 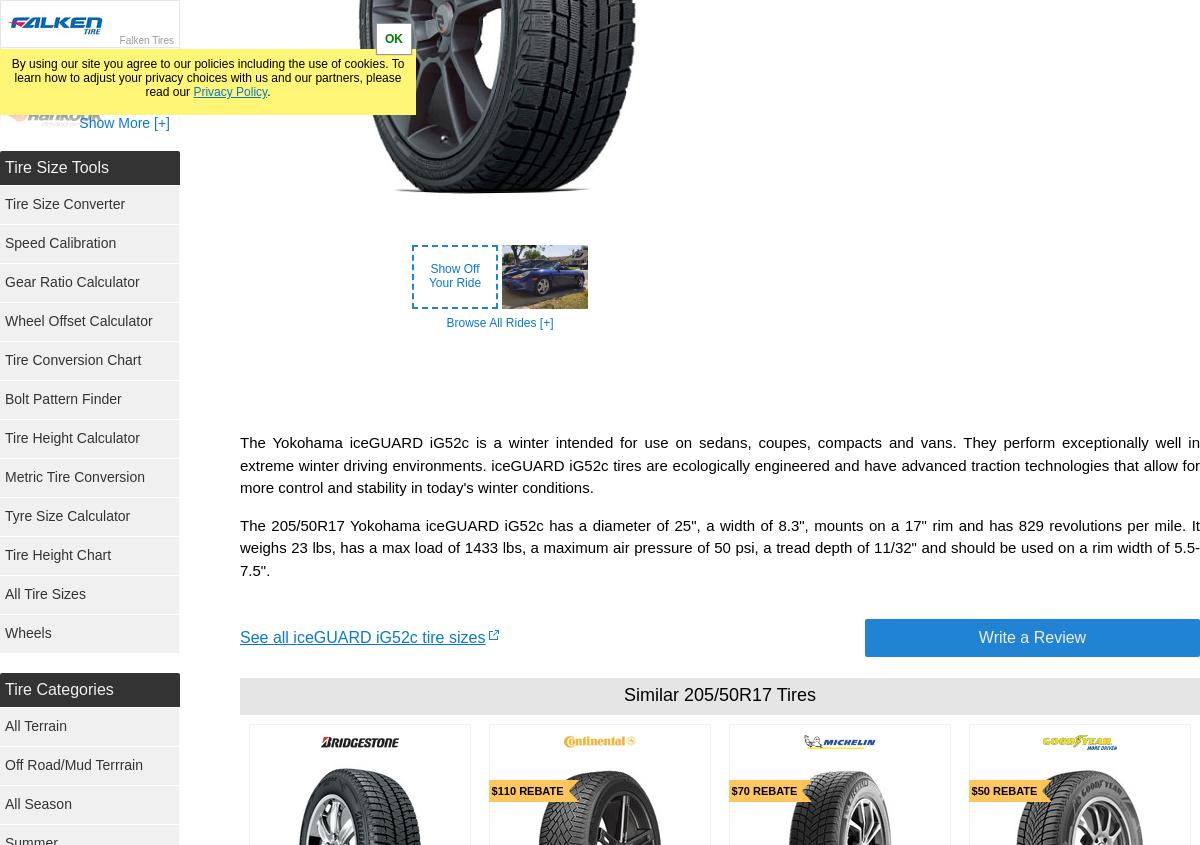 What do you see at coordinates (239, 465) in the screenshot?
I see `'The Yokohama iceGUARD iG52c is a winter intended for use on sedans, coupes, compacts and vans. They perform exceptionally well in extreme winter driving environments. iceGUARD iG52c tires are ecologically engineered and have advanced traction technologies that allow for more control and stability in today's winter conditions.'` at bounding box center [239, 465].